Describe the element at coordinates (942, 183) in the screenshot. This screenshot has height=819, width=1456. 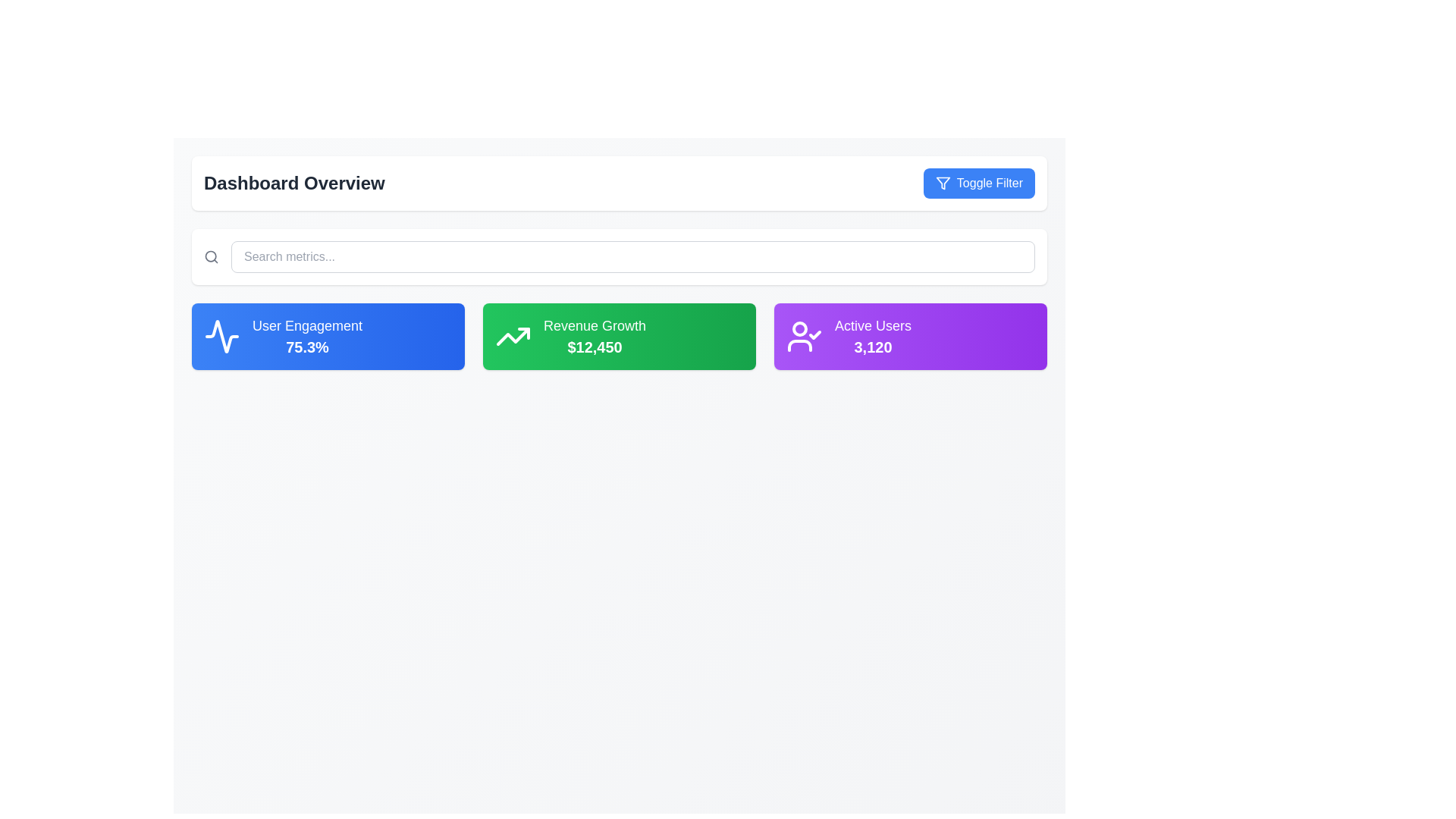
I see `the Filter Icon within the SVG for visual indication of the filter functionality on the dashboard` at that location.